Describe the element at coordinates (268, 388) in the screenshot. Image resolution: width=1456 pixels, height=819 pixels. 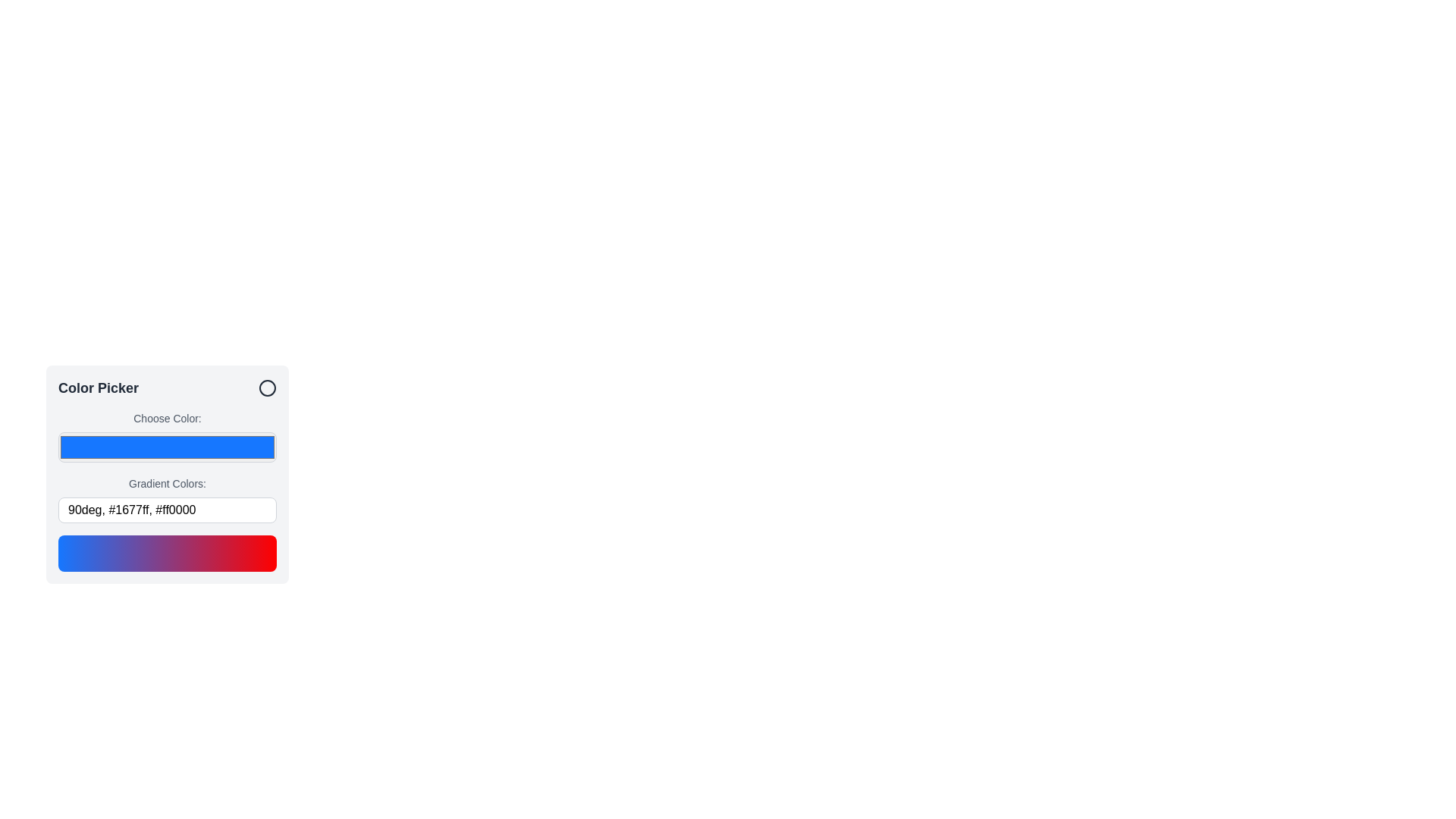
I see `the circular dark gray icon with a hollow center located in the top-right corner of the 'Color Picker' section's header, adjacent to the label 'Color Picker'` at that location.